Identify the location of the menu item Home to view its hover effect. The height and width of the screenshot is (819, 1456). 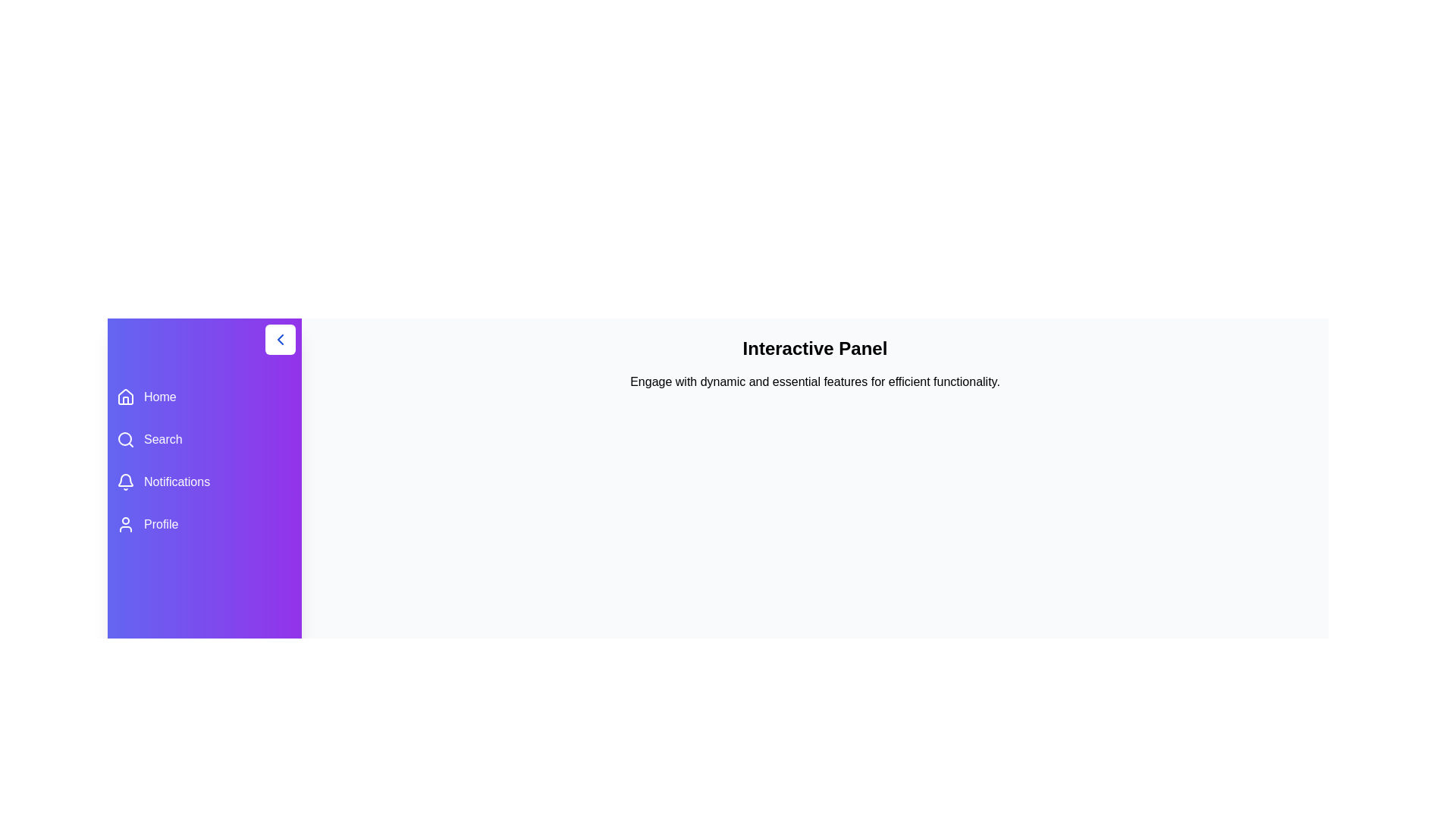
(203, 397).